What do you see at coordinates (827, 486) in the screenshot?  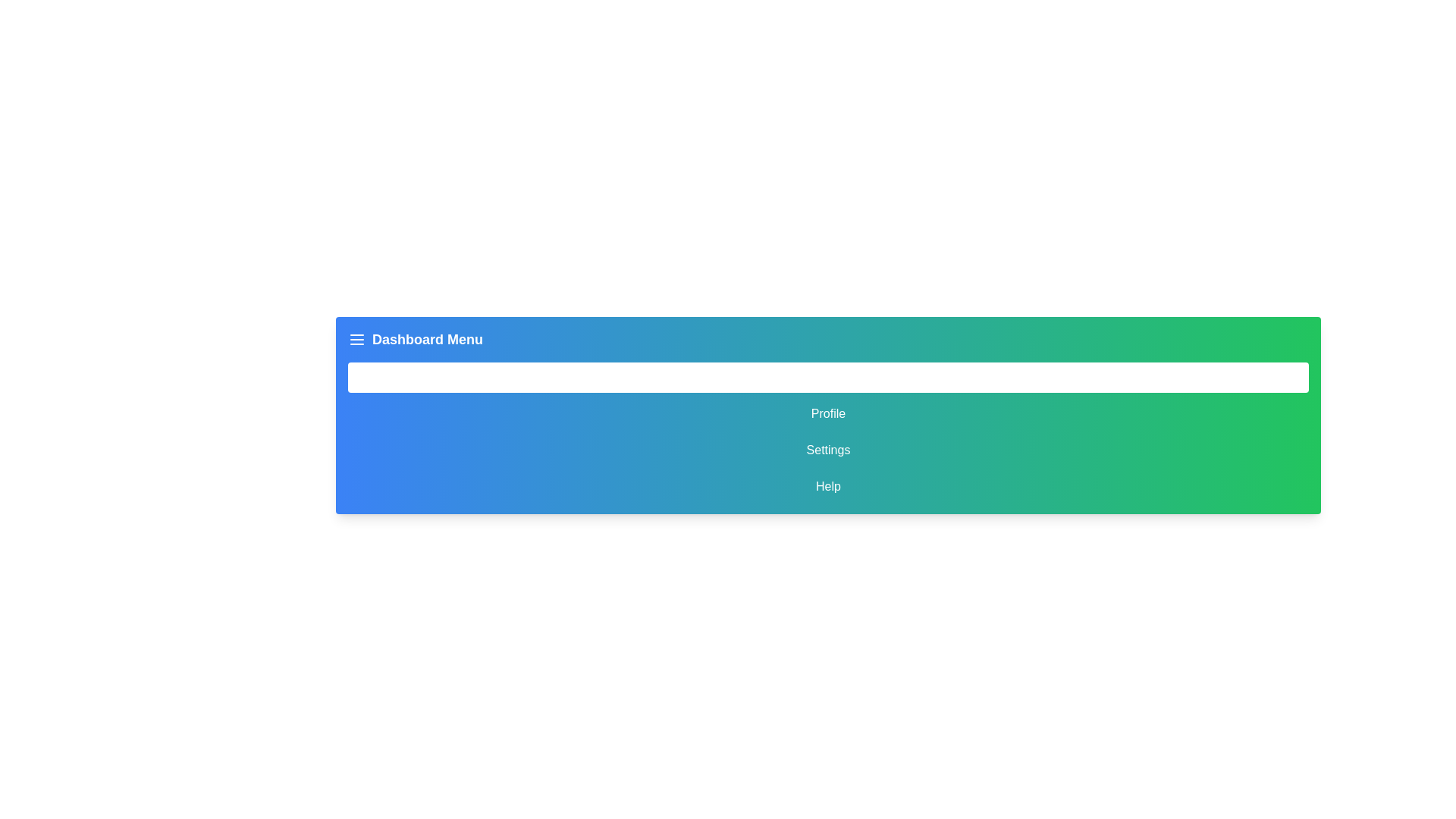 I see `the fourth Text button in the vertical menu` at bounding box center [827, 486].